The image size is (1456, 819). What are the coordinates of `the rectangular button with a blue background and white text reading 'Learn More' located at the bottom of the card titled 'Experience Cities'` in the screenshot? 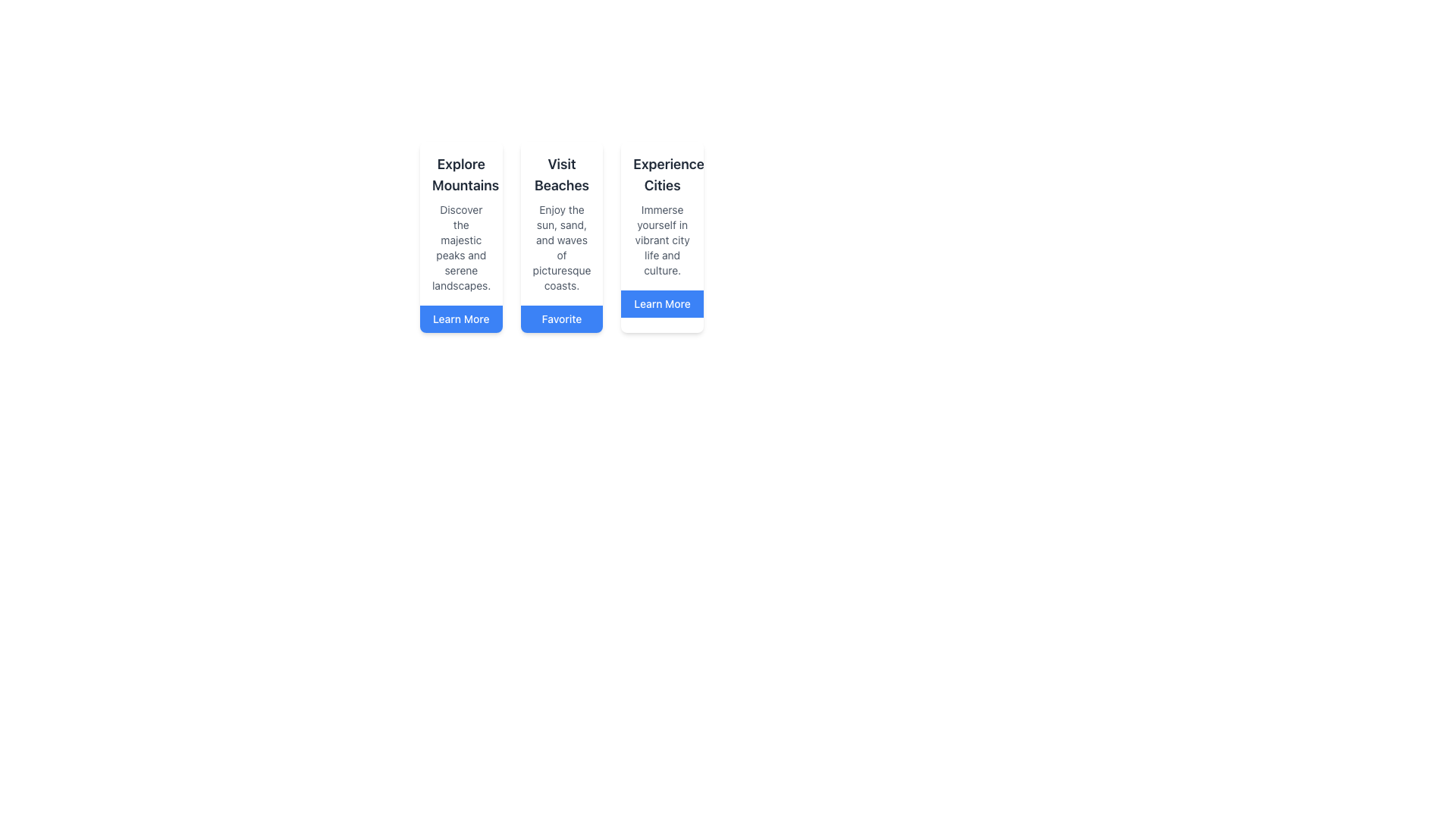 It's located at (662, 304).